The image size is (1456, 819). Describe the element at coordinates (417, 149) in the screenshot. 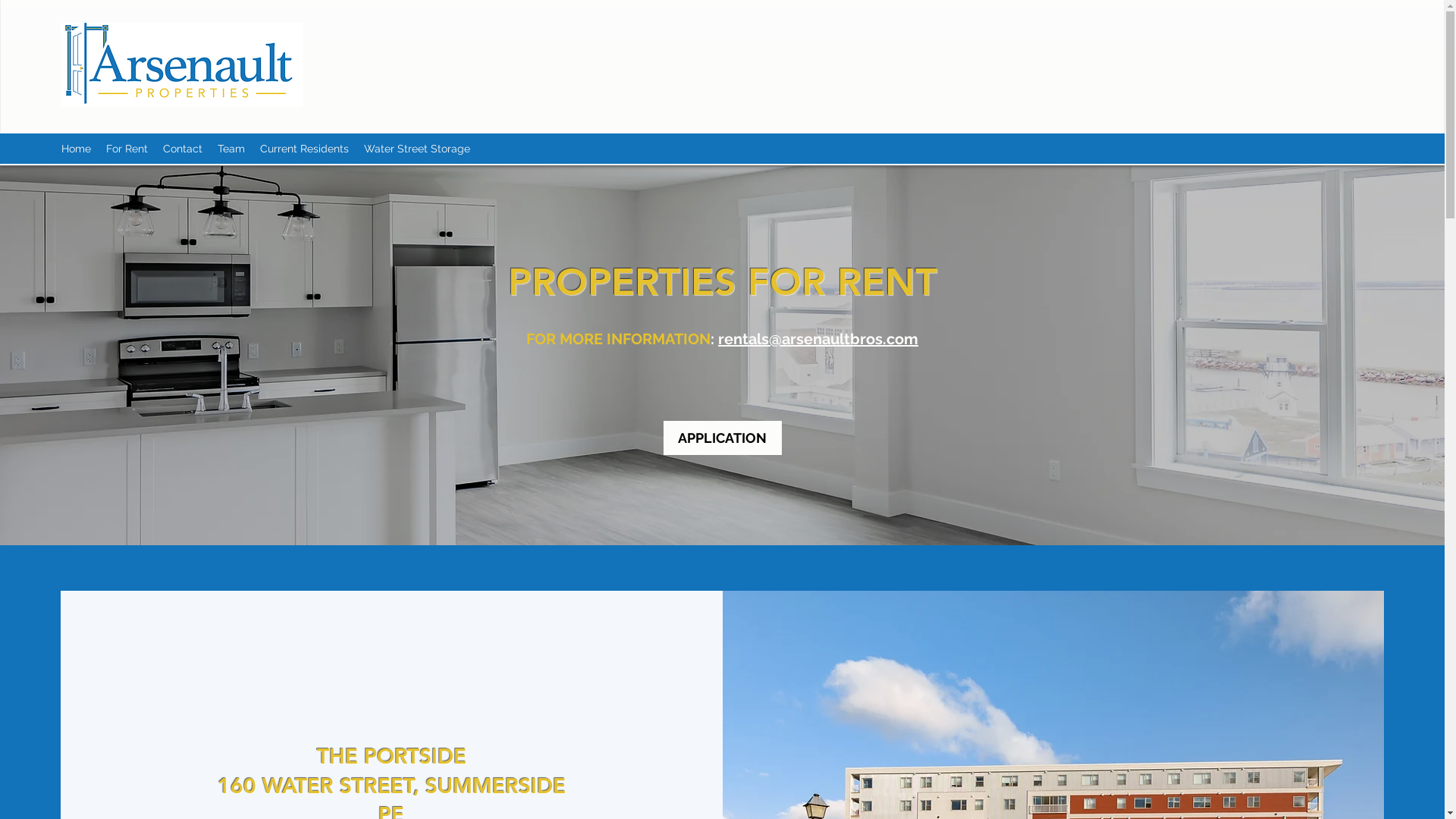

I see `'Water Street Storage'` at that location.